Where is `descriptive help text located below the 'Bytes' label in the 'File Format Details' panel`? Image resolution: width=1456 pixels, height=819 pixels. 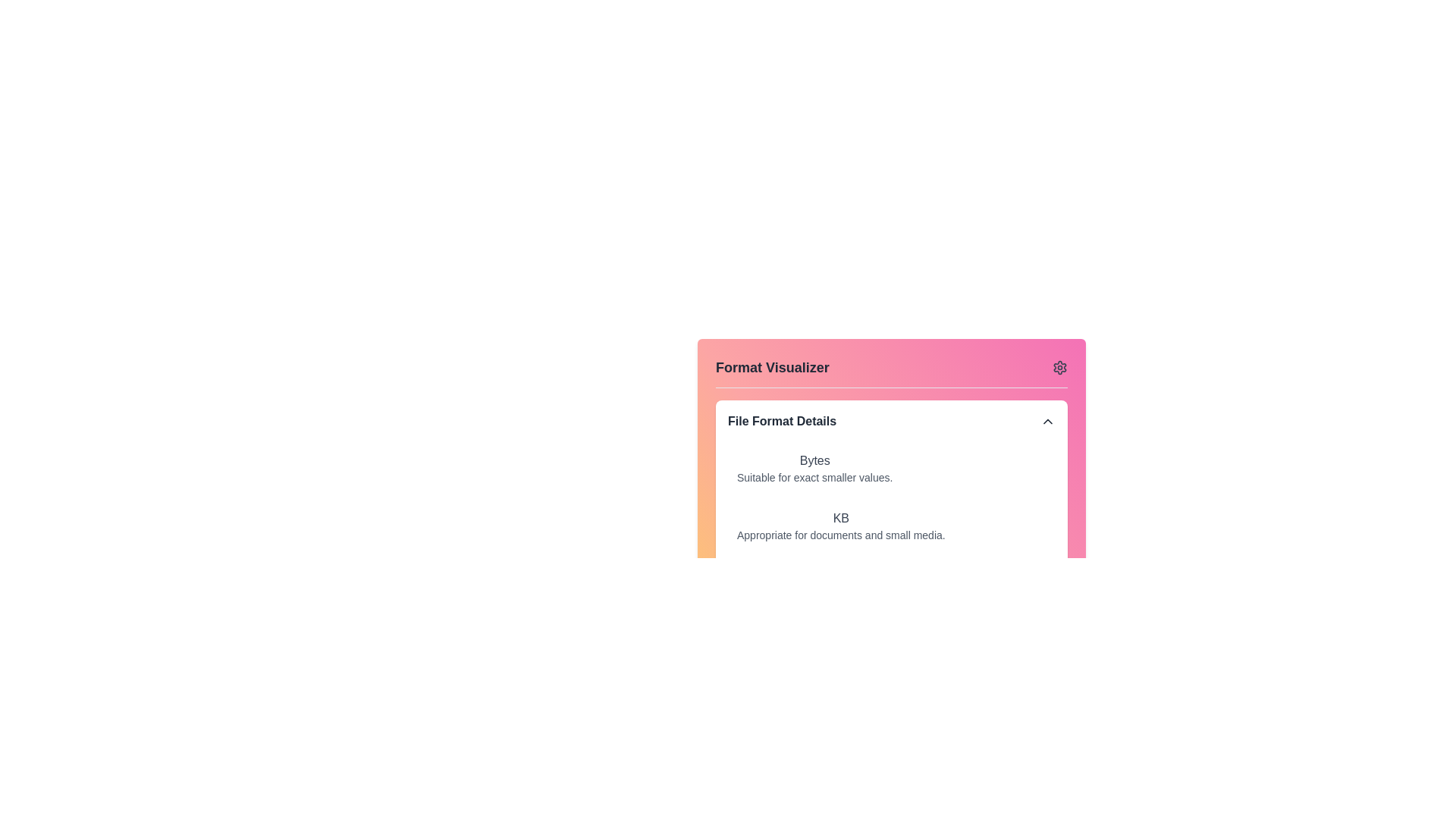
descriptive help text located below the 'Bytes' label in the 'File Format Details' panel is located at coordinates (814, 476).